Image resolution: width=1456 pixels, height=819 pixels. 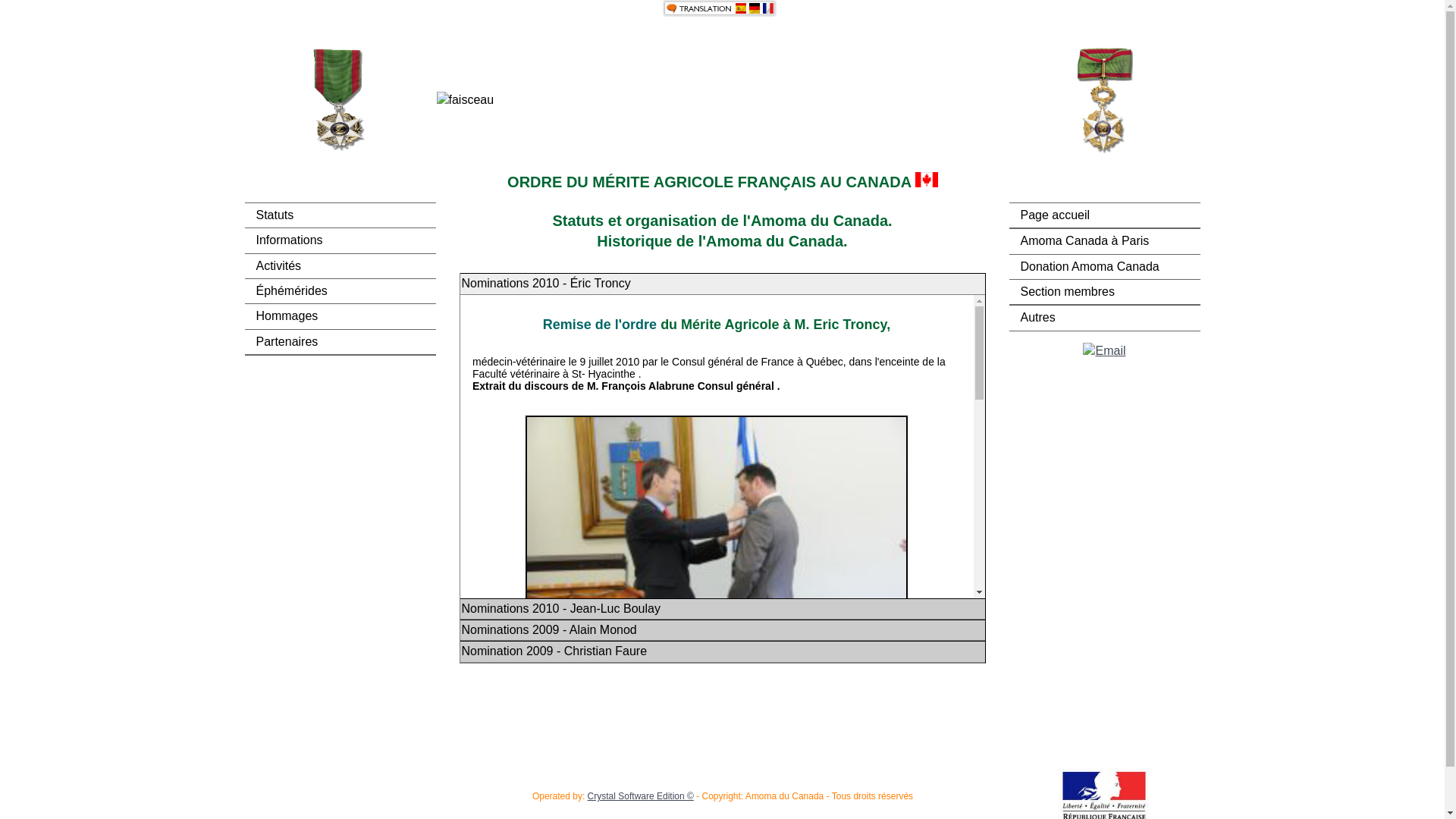 I want to click on 'Autres', so click(x=1103, y=317).